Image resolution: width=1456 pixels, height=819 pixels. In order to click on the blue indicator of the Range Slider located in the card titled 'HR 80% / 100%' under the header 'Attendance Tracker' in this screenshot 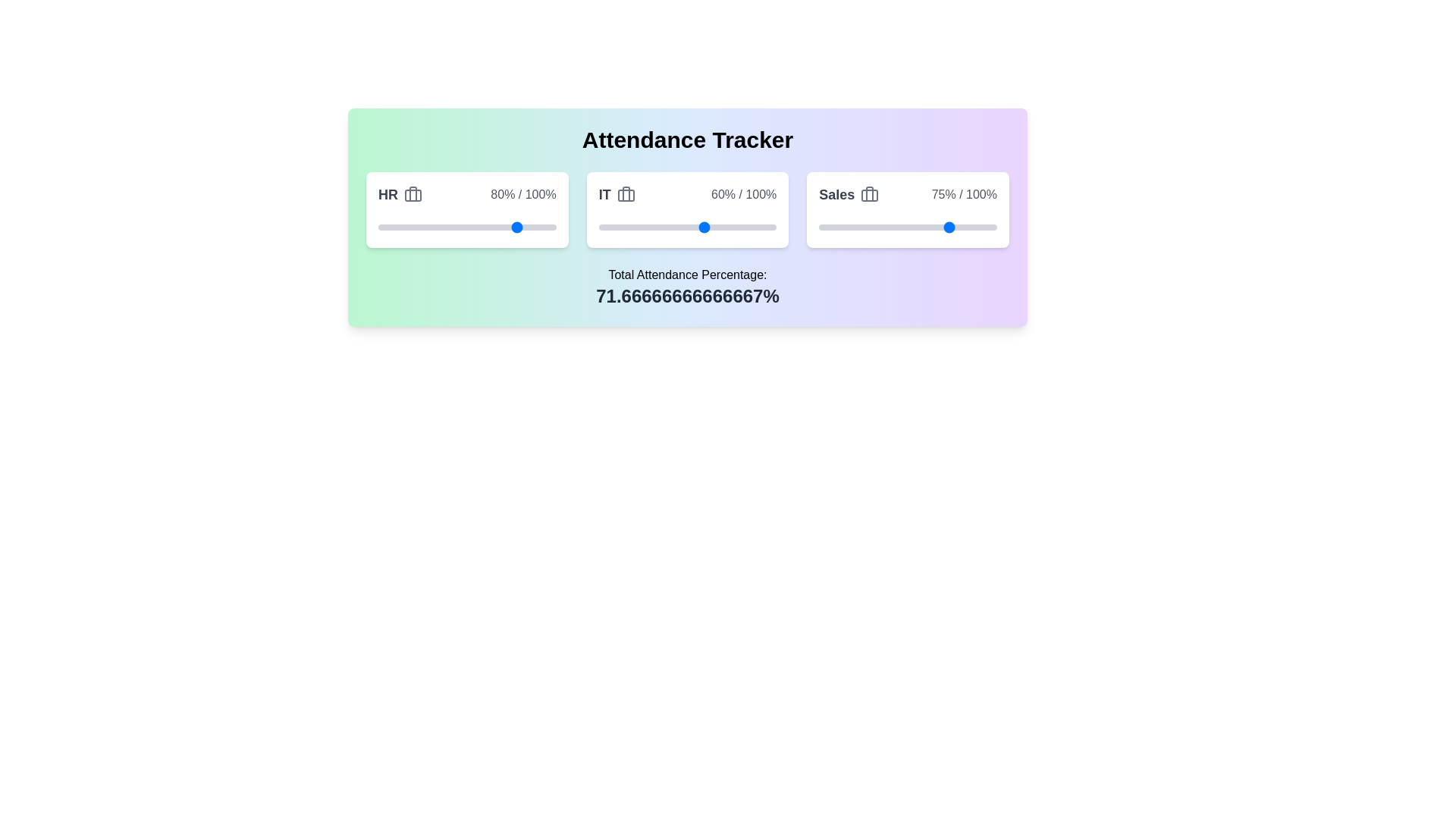, I will do `click(466, 227)`.